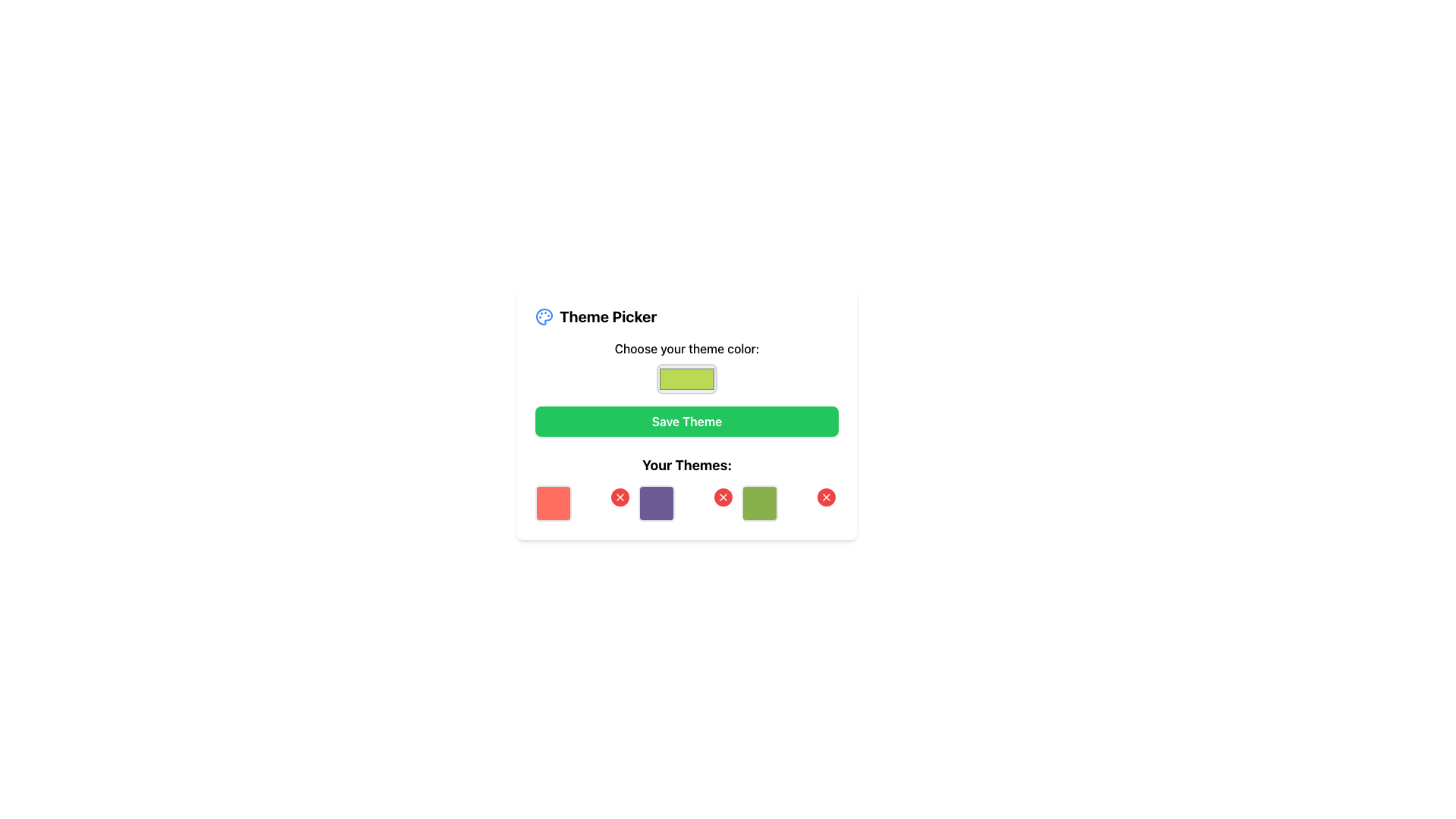  I want to click on the visual icon located to the left of the 'Theme Picker' title text, which visually complements the theme selection section, so click(544, 315).